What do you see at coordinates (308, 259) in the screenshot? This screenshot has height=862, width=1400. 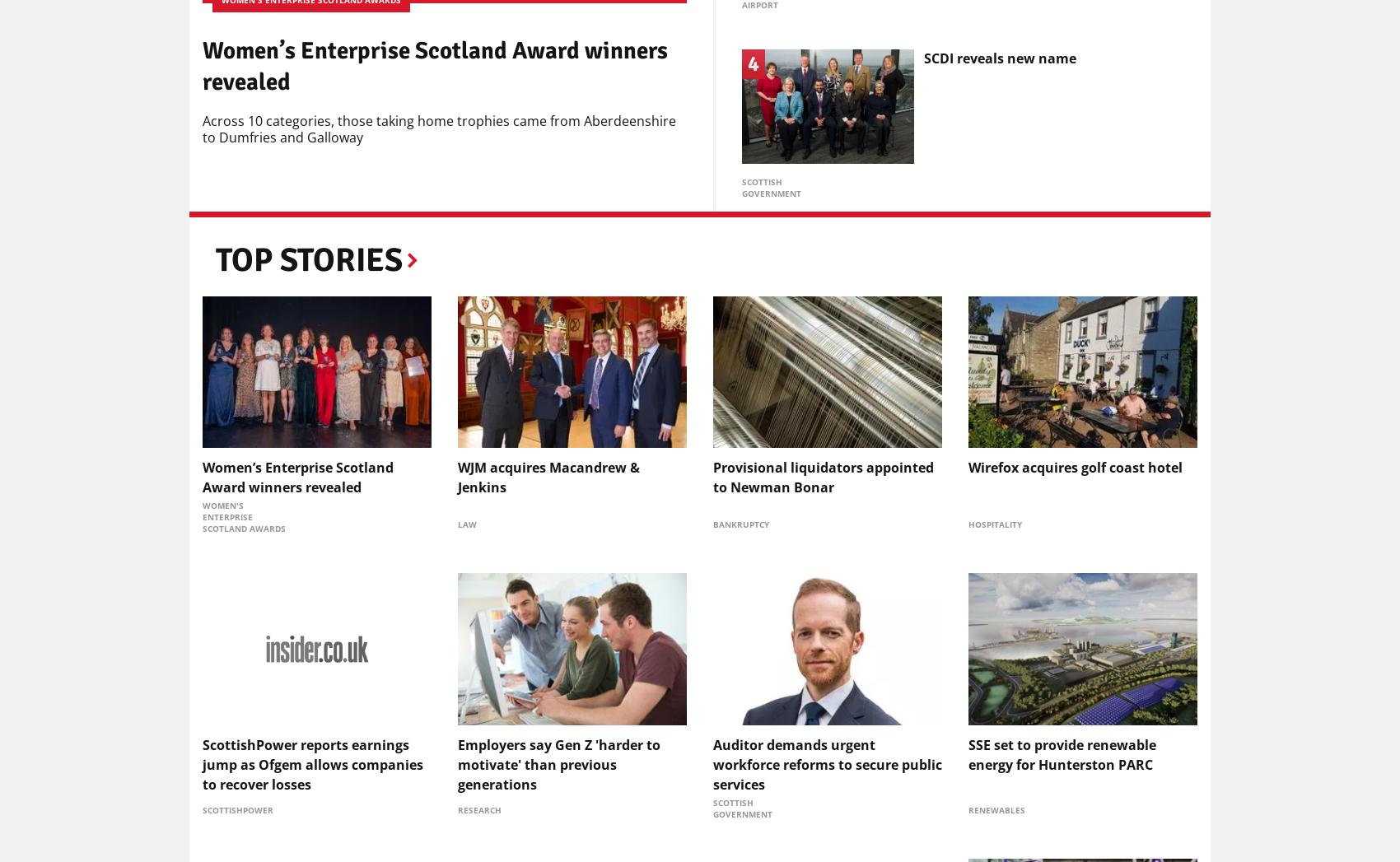 I see `'Top Stories'` at bounding box center [308, 259].